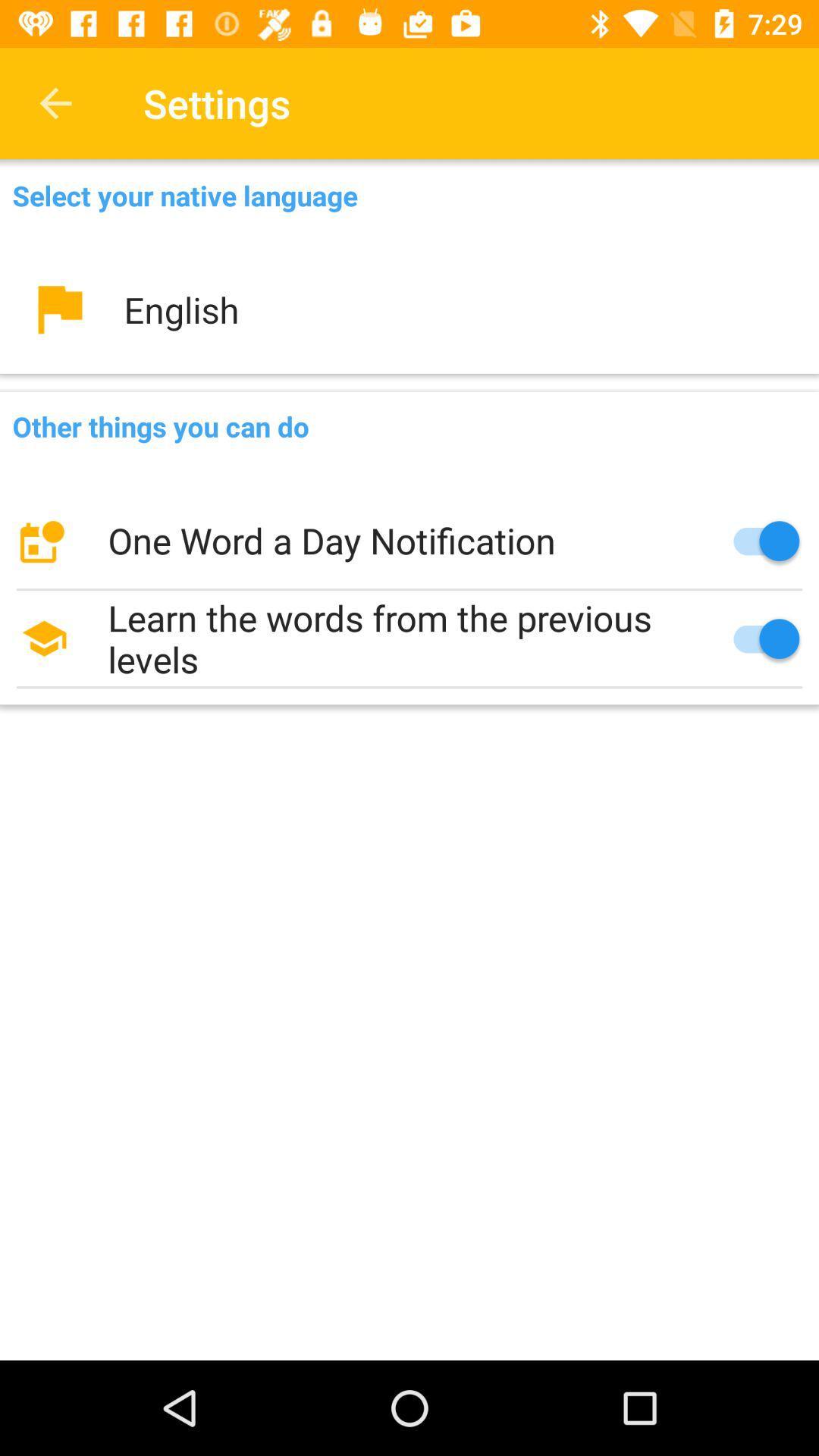  I want to click on icon to the left of the settings, so click(55, 102).